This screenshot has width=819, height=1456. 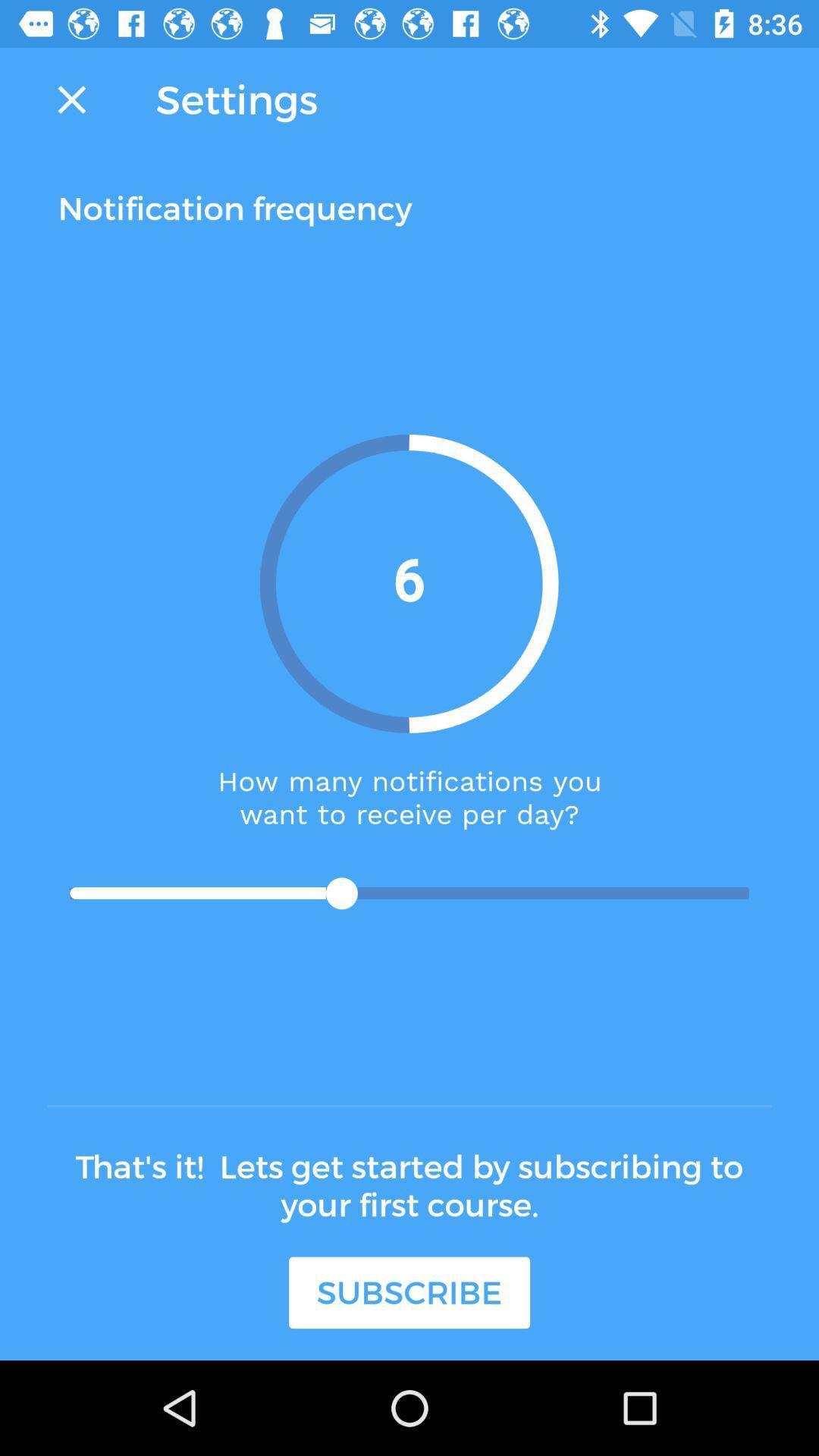 I want to click on the close icon, so click(x=71, y=99).